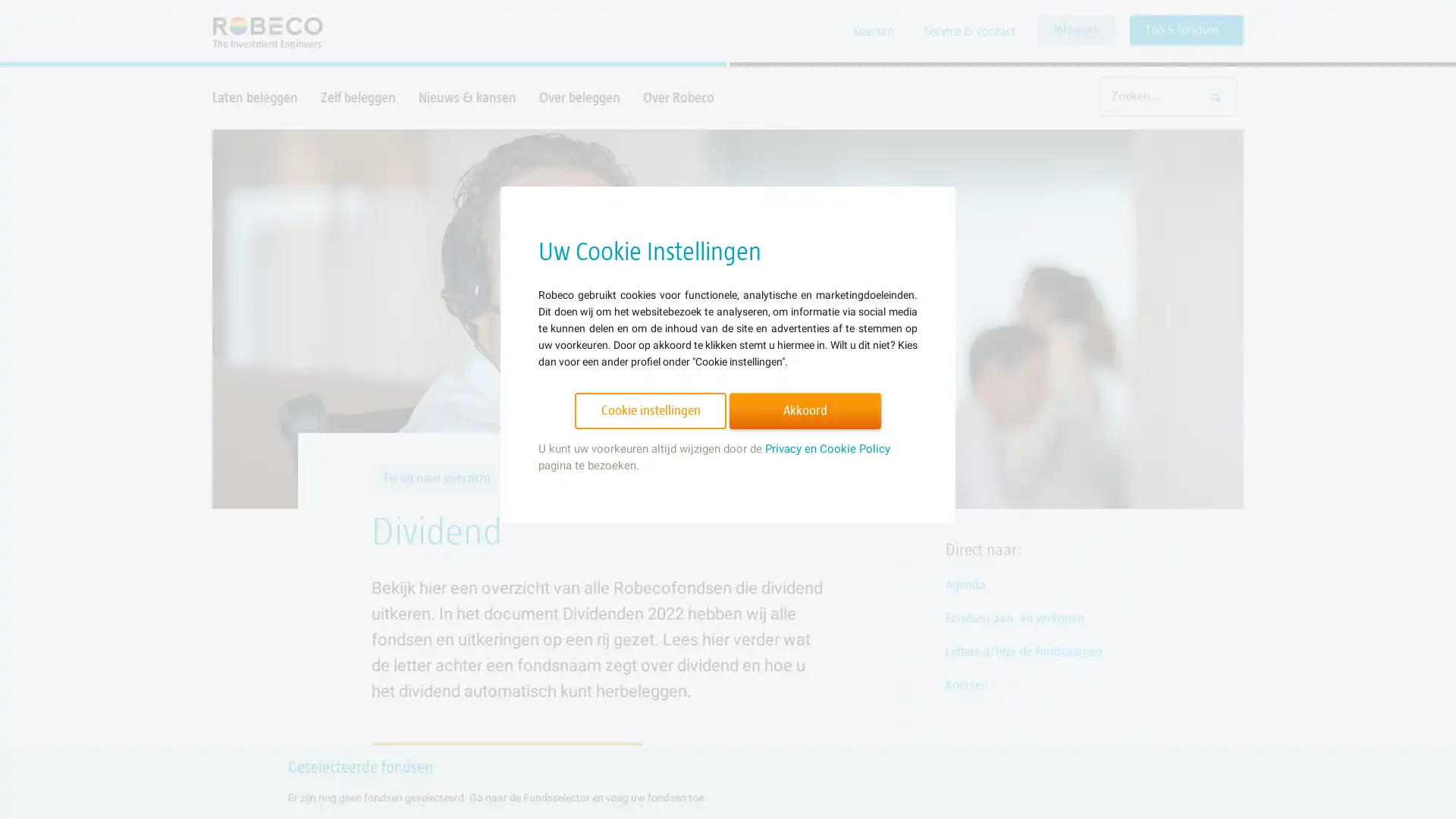 This screenshot has width=1456, height=819. Describe the element at coordinates (466, 97) in the screenshot. I see `Nieuws & kansen` at that location.